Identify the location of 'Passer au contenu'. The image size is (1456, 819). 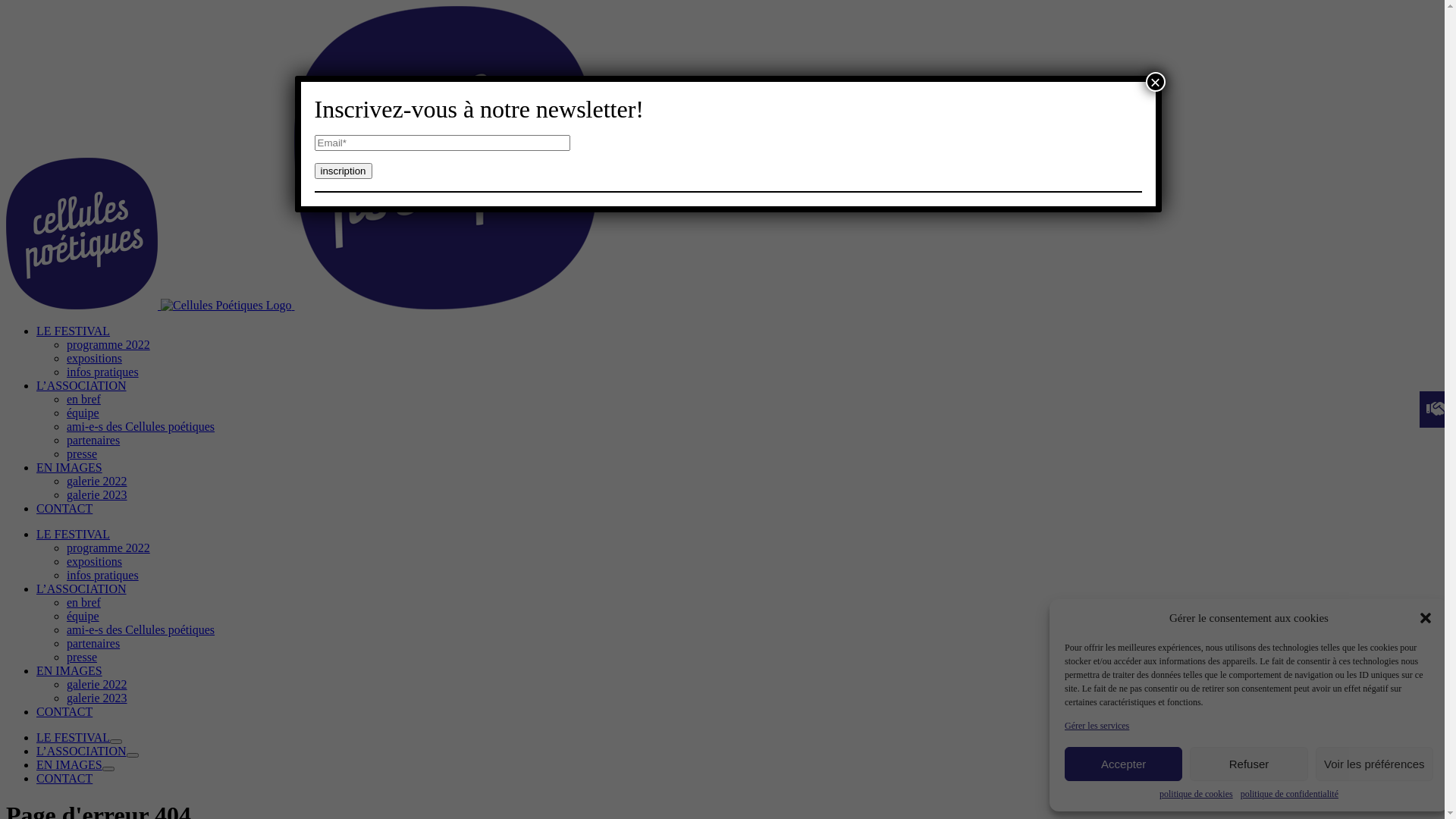
(11, 5).